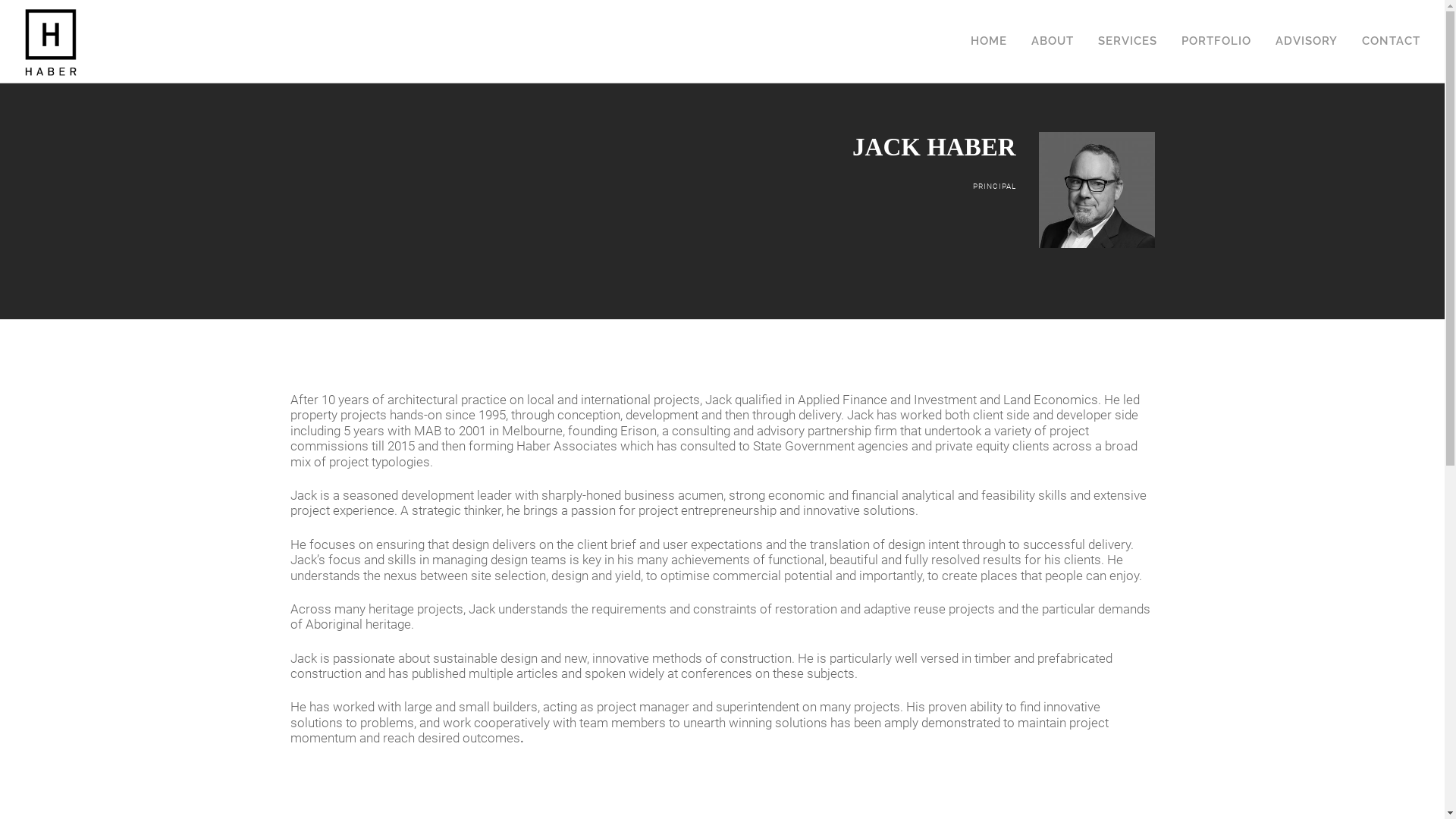 The width and height of the screenshot is (1456, 819). Describe the element at coordinates (1391, 20) in the screenshot. I see `'CONTACT'` at that location.